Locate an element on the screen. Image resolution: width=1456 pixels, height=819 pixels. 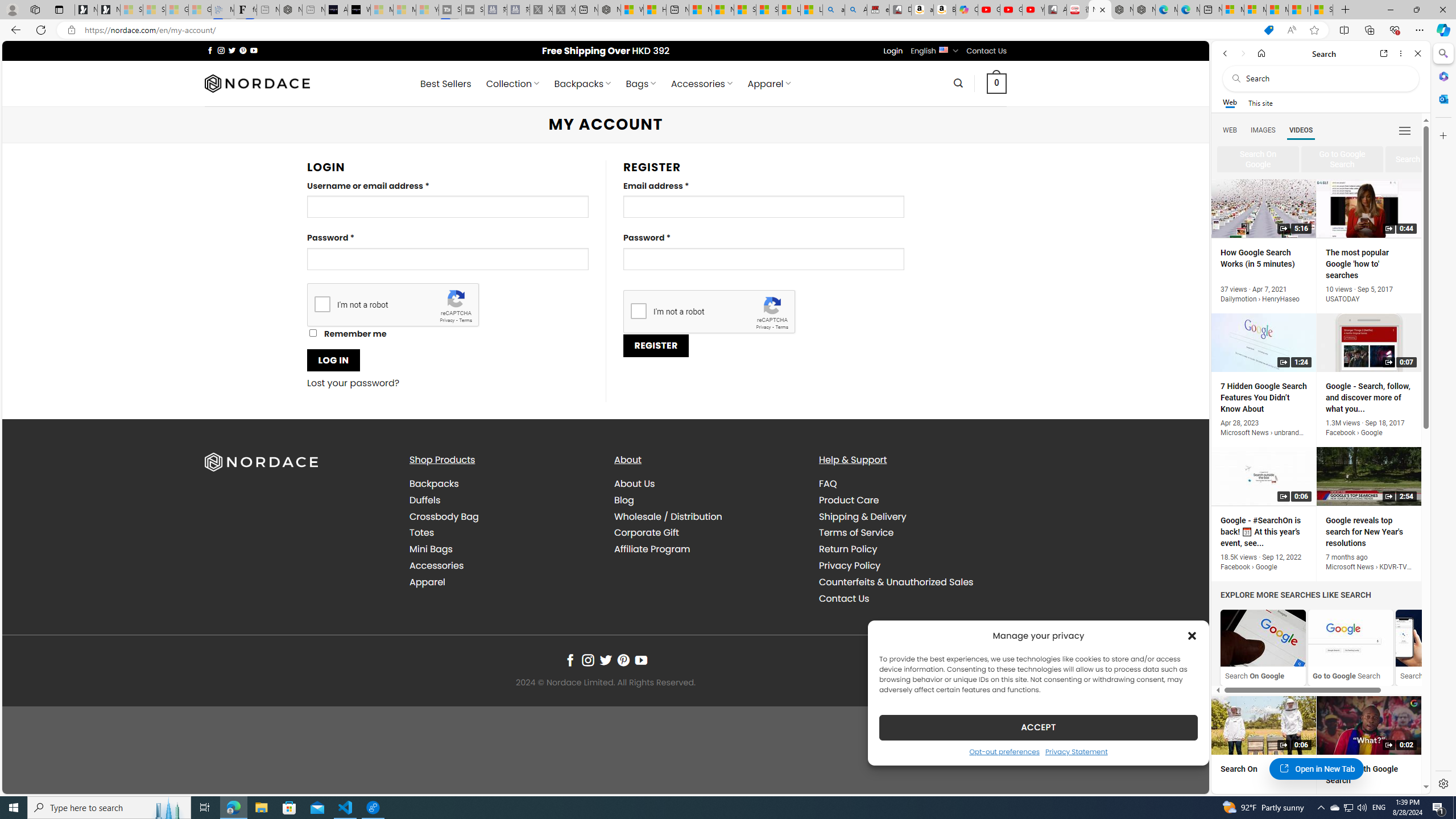
'VIDEOS' is located at coordinates (1300, 129).